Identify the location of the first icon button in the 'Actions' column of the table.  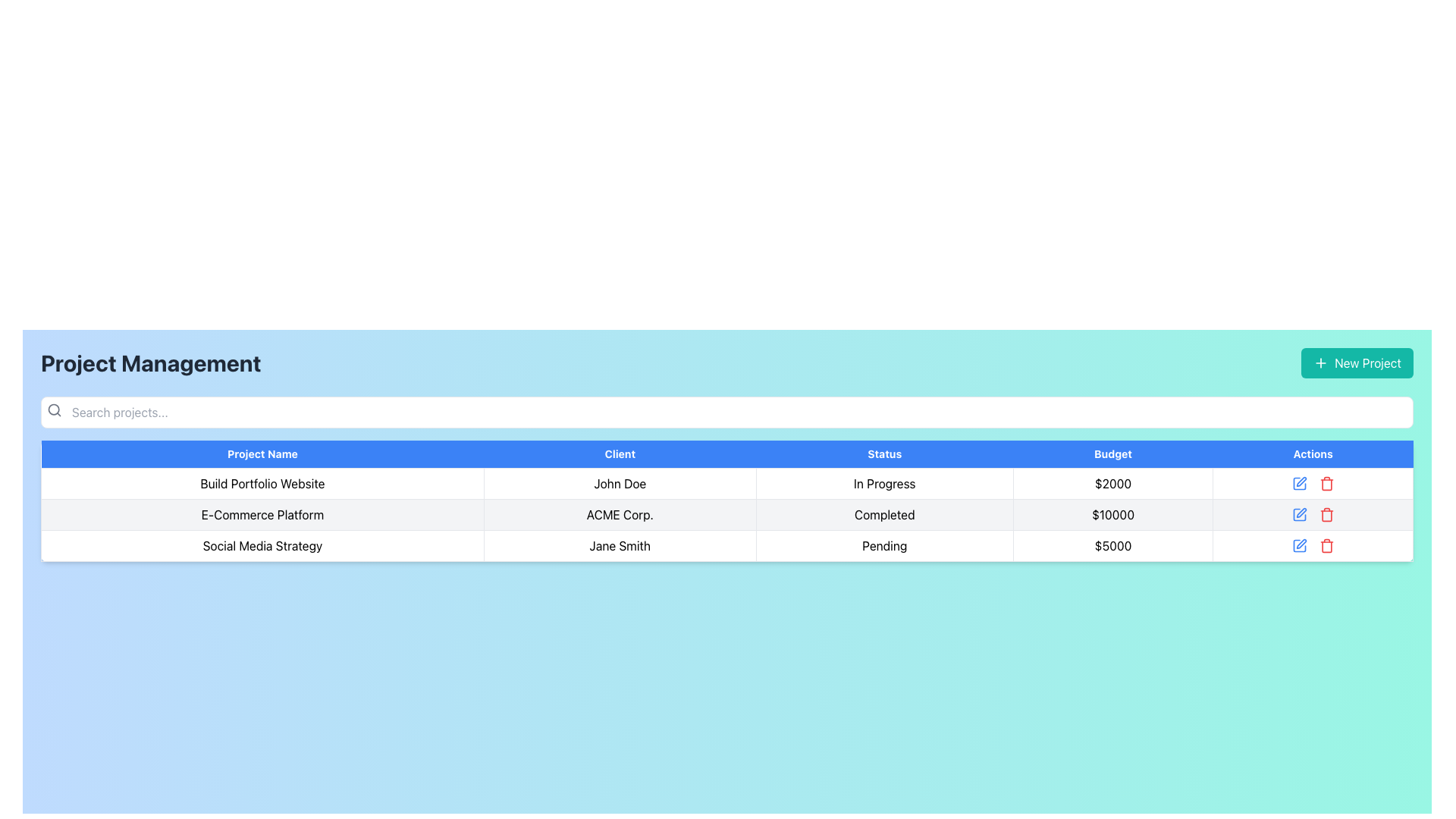
(1298, 483).